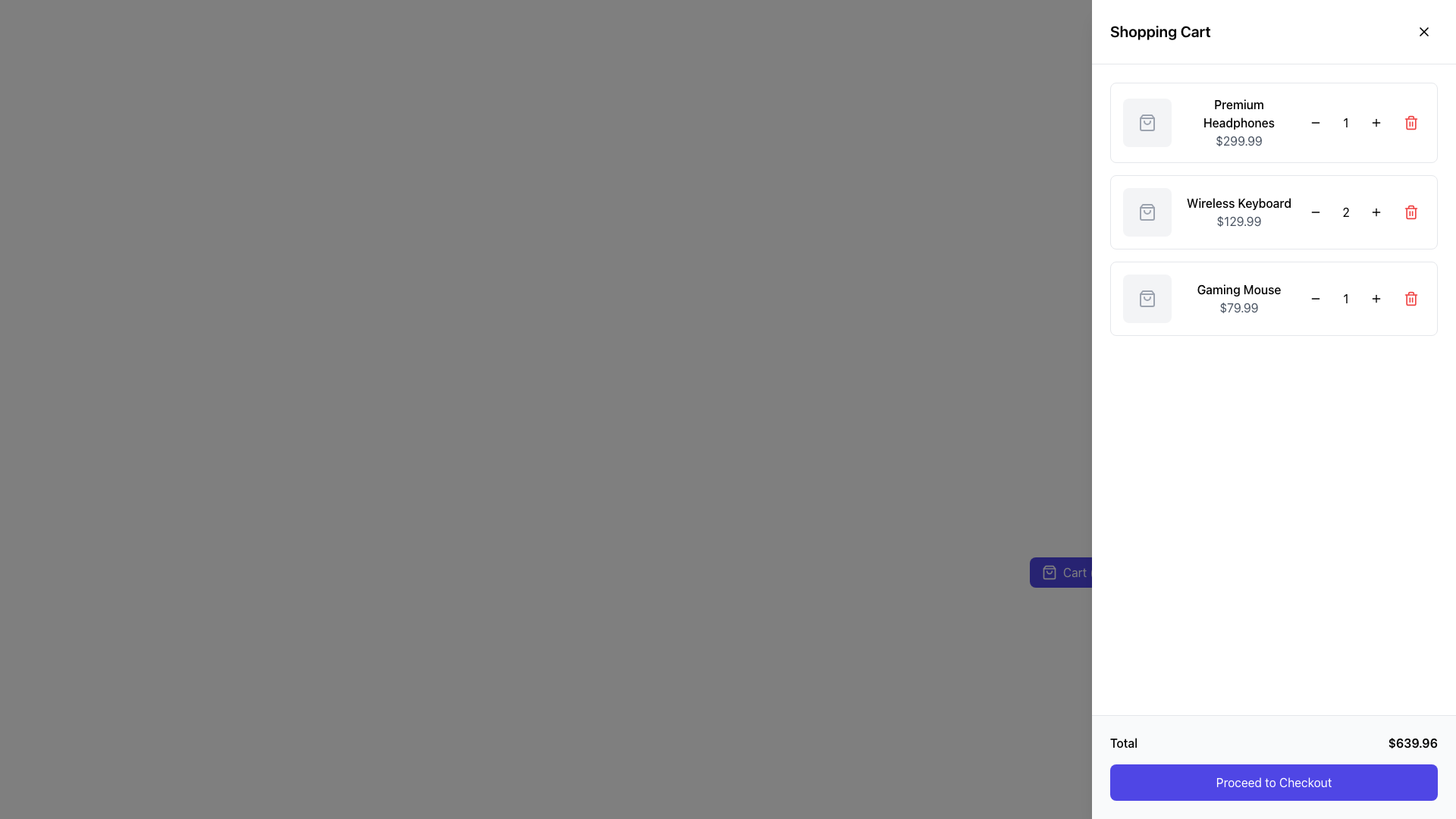  I want to click on the label displaying the current quantity of a specific item in the shopping cart, which is situated between a minus symbol on the left and a plus symbol on the right within the 'Gaming Mouse' item row, so click(1346, 298).